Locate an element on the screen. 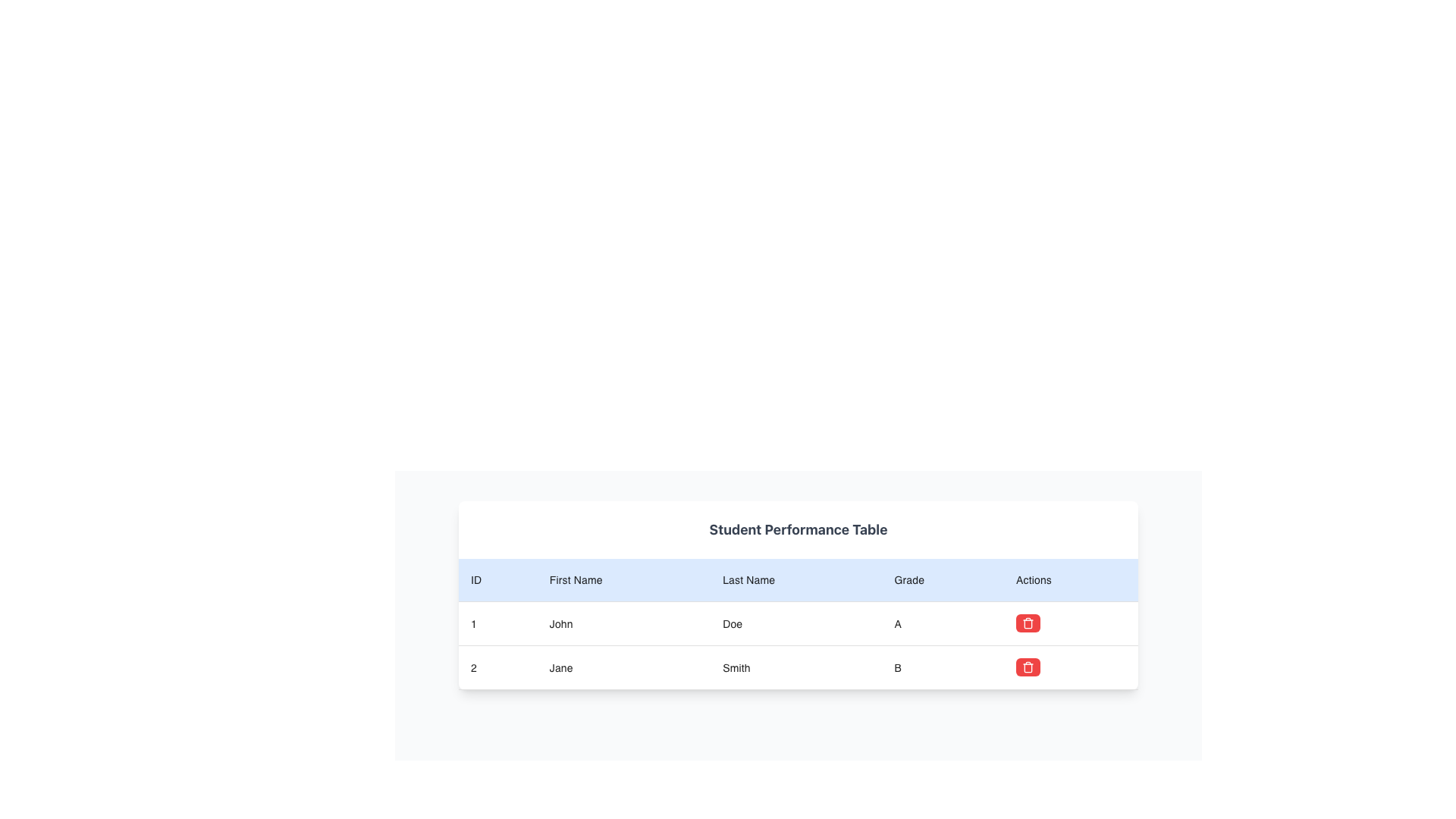  the trash can icon located in the 'Actions' column of the second row within a red button by is located at coordinates (1028, 666).